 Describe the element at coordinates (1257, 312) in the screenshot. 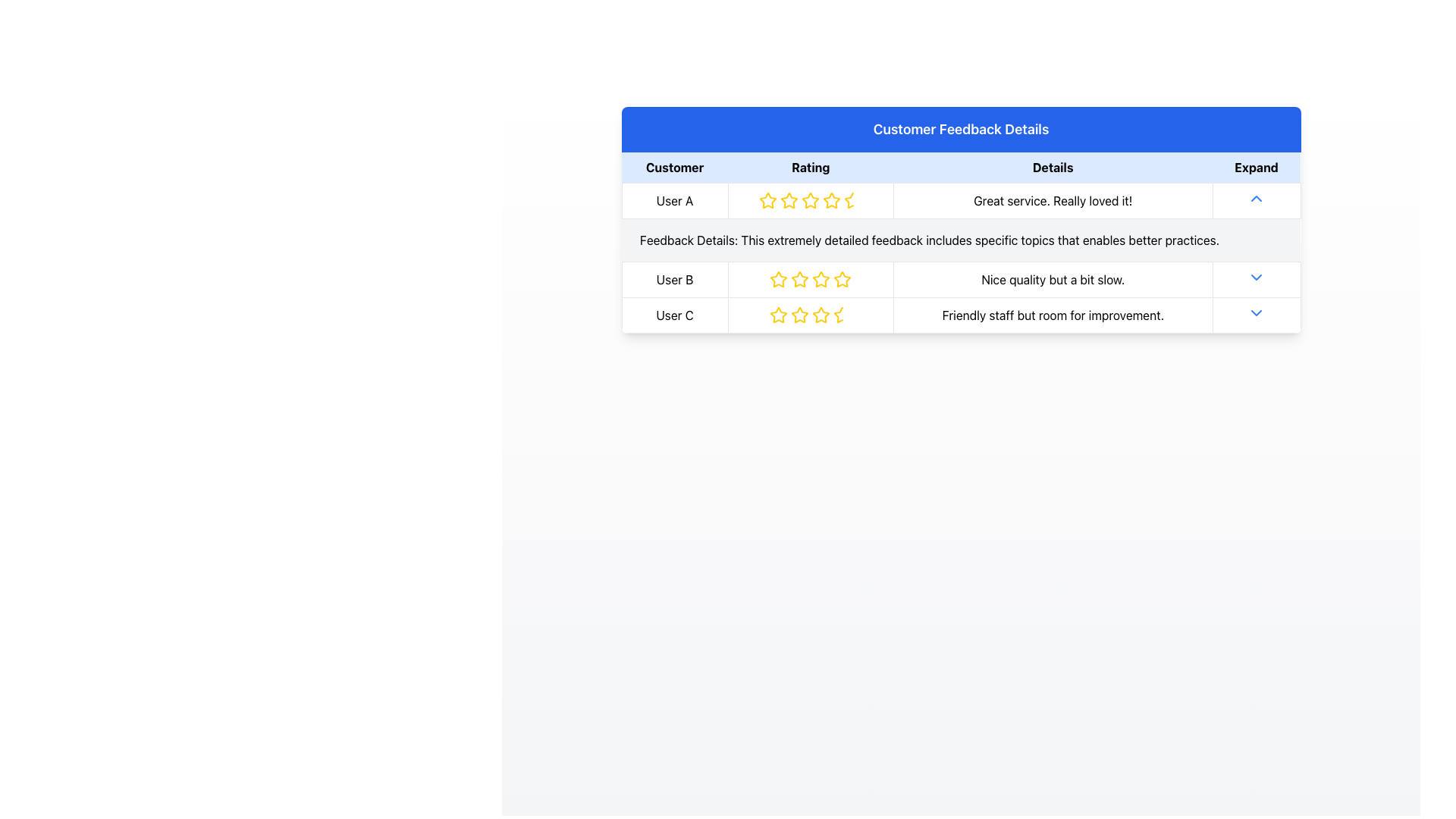

I see `the blue downward-pointing chevron icon located in the 'Expand' column adjacent to the feedback row for 'User C' to observe its visual feedback effects` at that location.